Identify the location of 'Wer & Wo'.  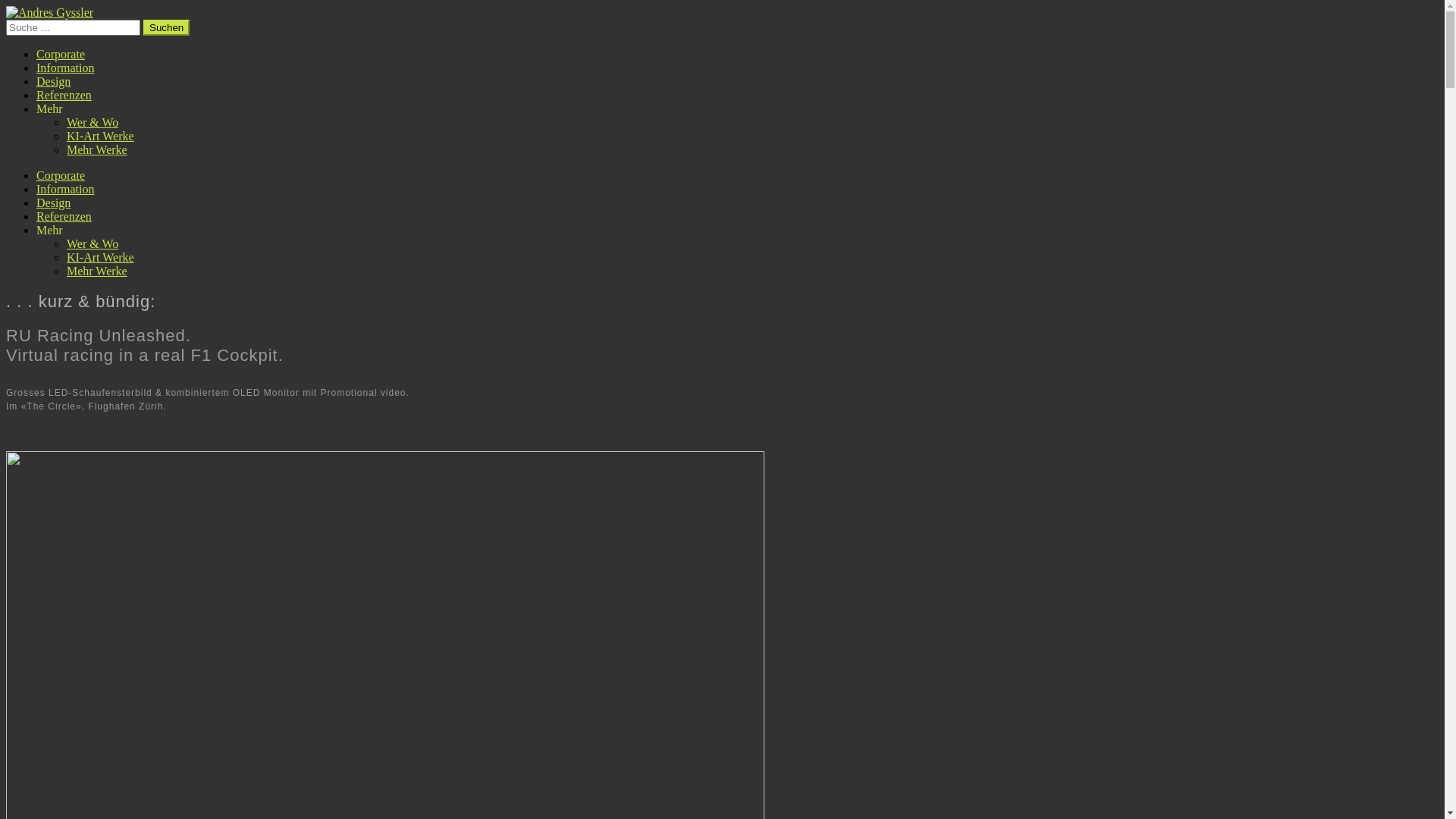
(65, 121).